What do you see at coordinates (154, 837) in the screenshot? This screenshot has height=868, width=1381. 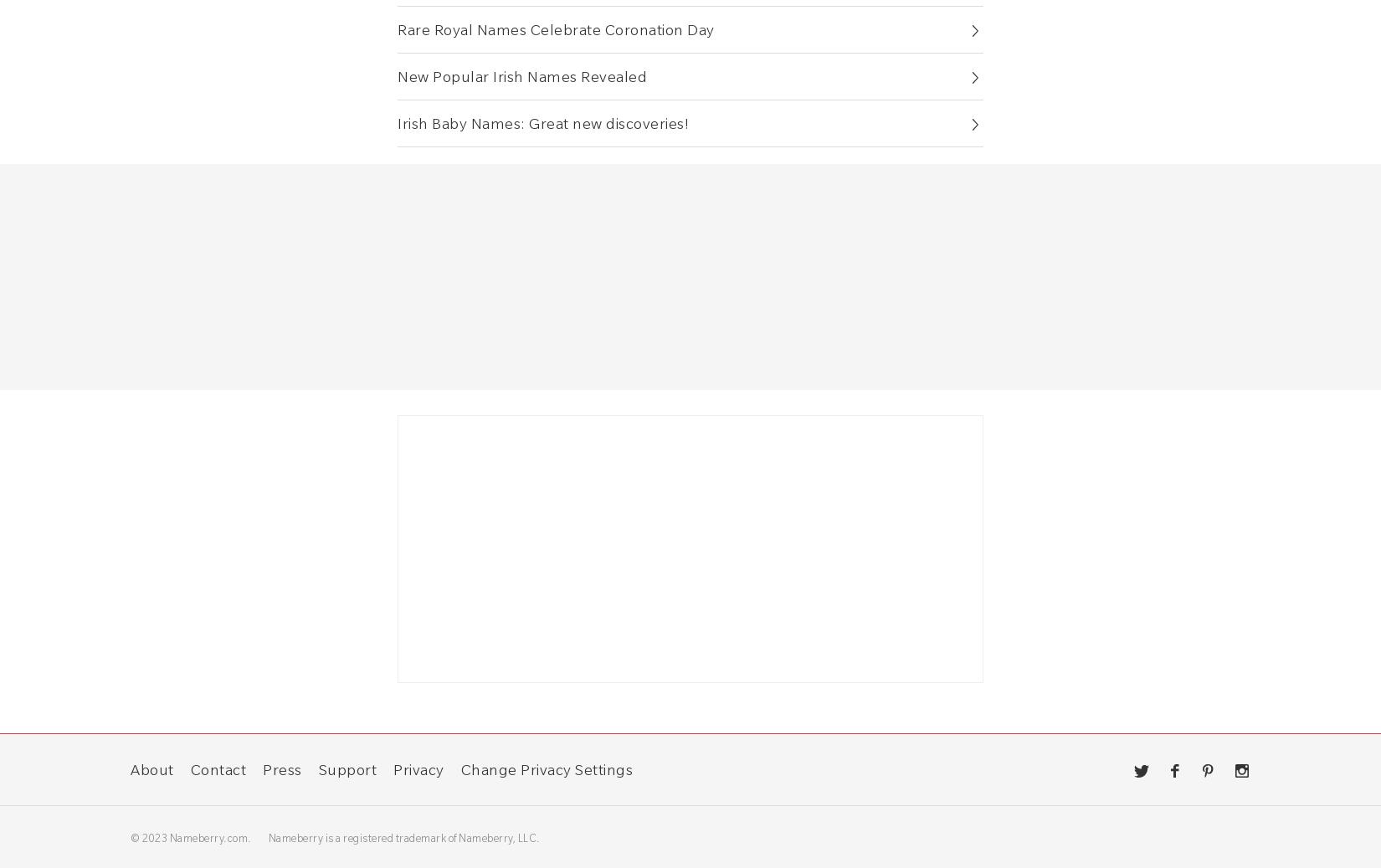 I see `'2023'` at bounding box center [154, 837].